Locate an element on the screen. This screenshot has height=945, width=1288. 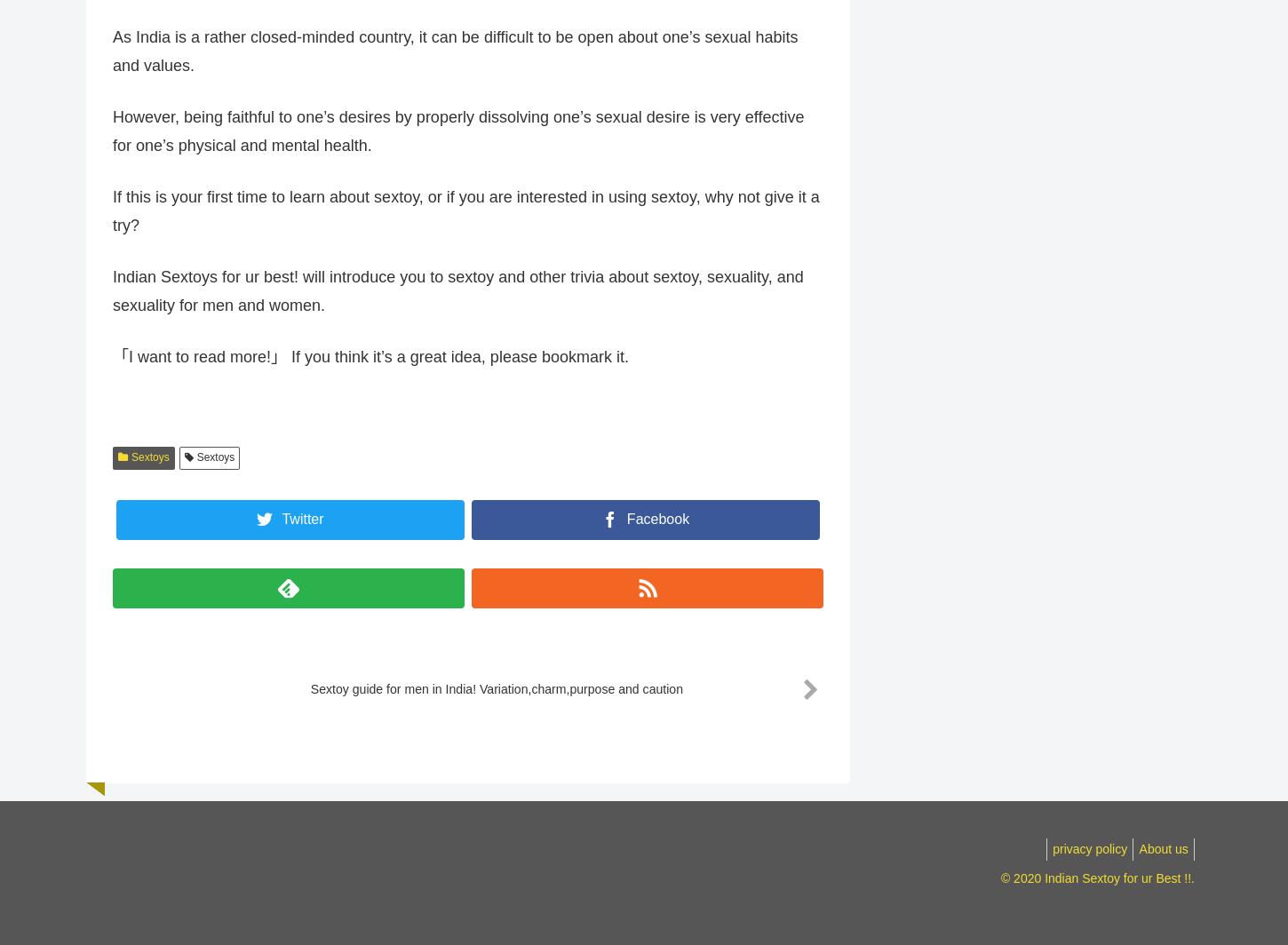
'As India is a rather closed-minded country, it can be difficult to be open about one’s sexual habits and values.' is located at coordinates (455, 60).